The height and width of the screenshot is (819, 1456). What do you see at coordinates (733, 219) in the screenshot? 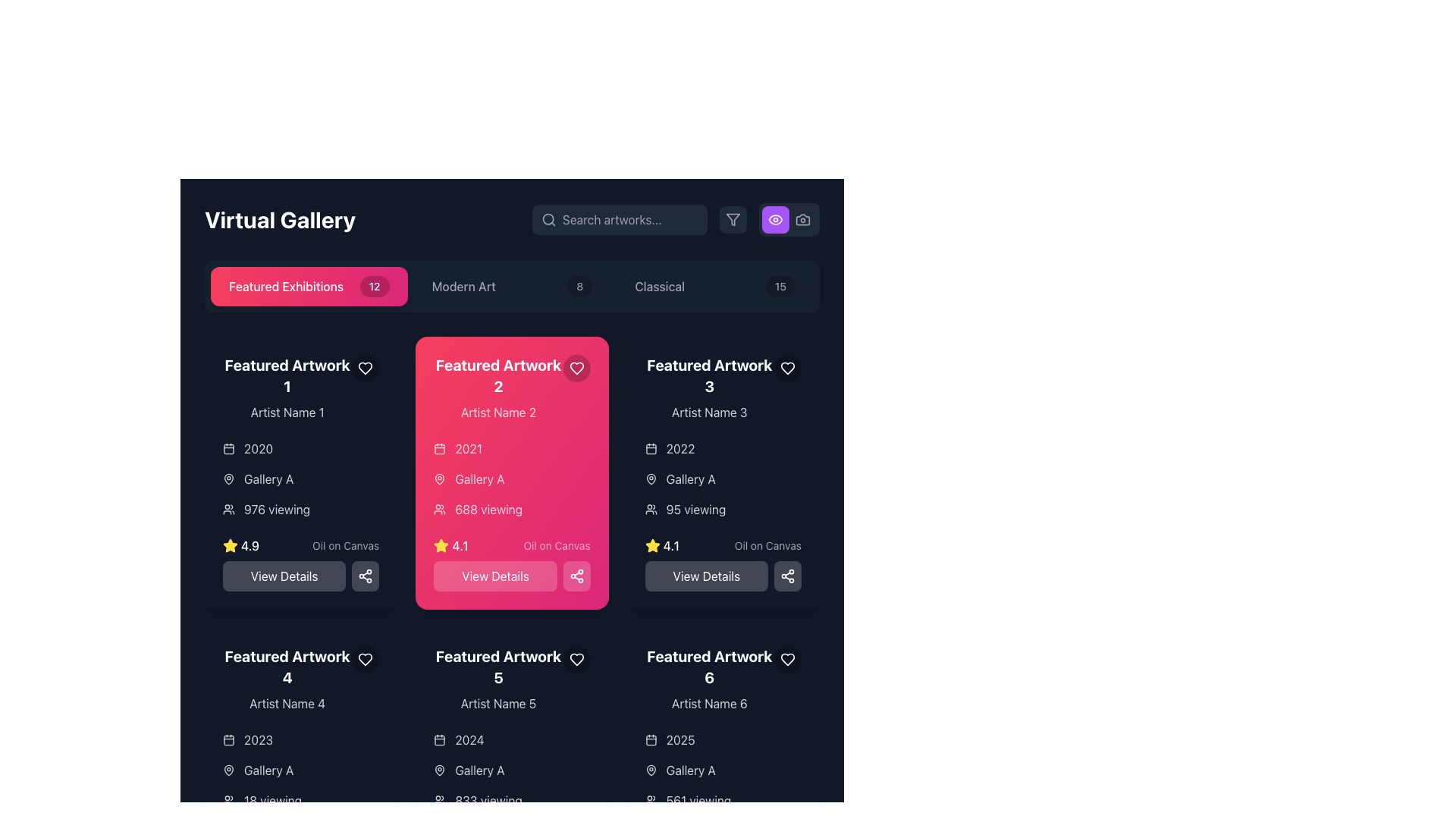
I see `the filter icon located in the upper-right section of the interface` at bounding box center [733, 219].